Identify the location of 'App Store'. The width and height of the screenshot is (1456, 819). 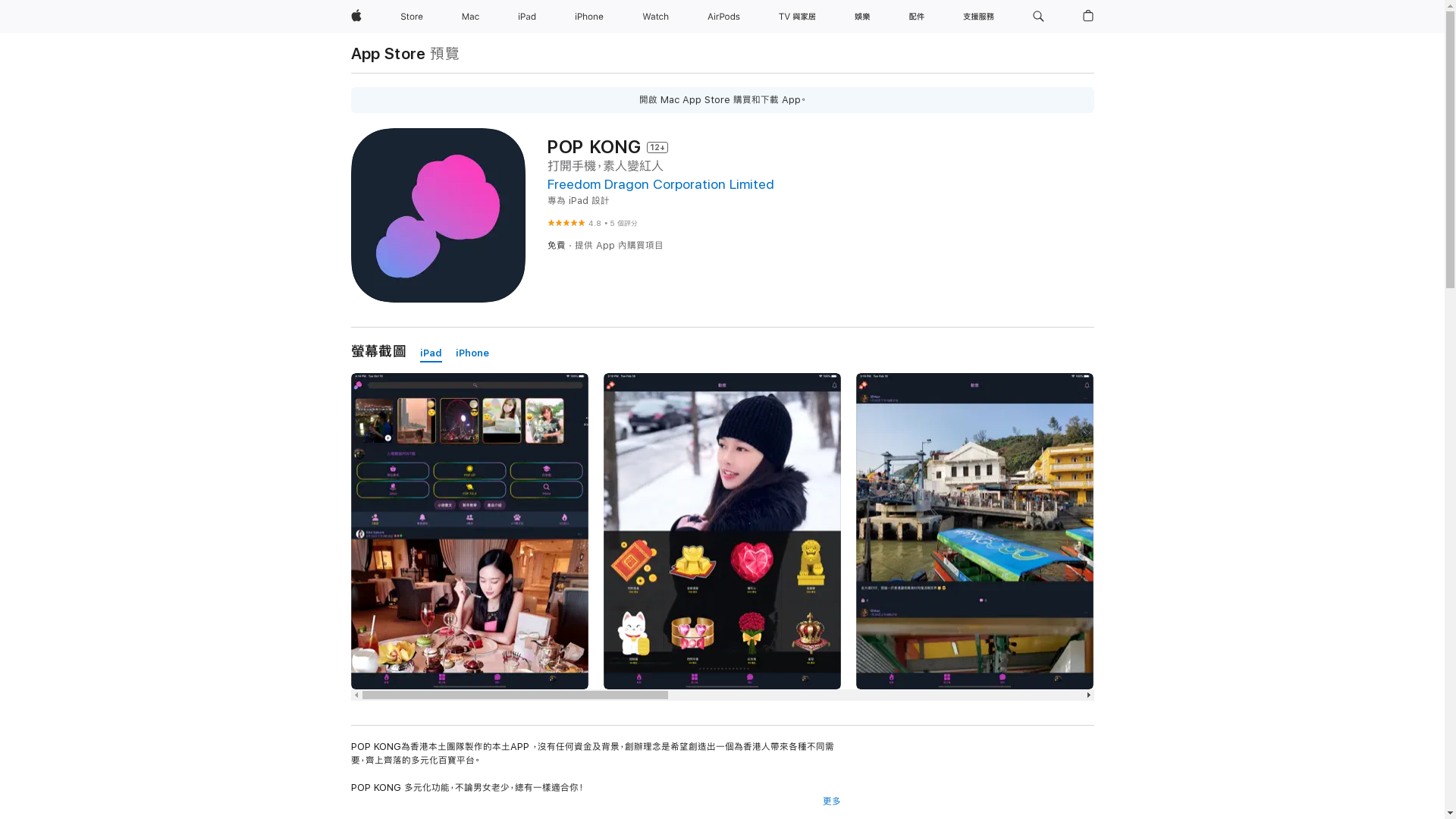
(388, 52).